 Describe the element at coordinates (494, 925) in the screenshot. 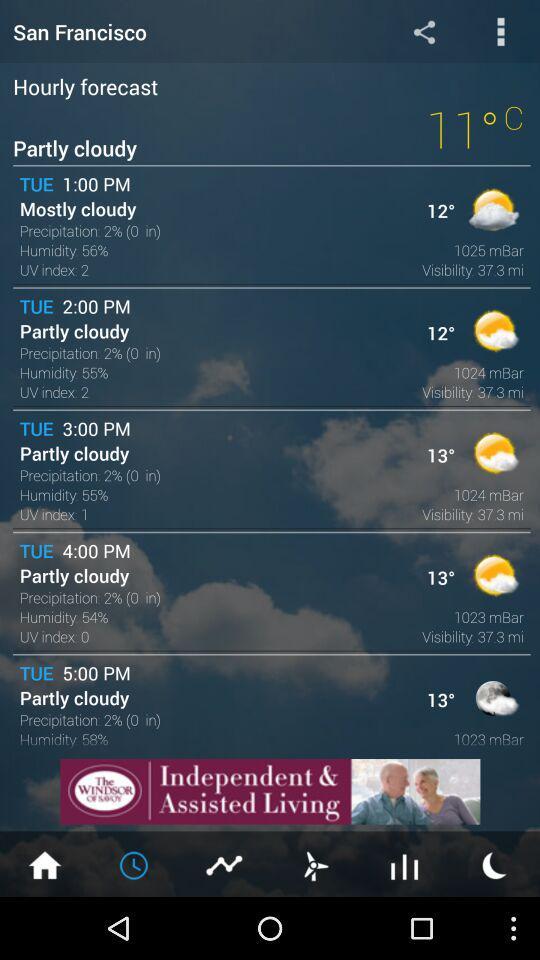

I see `the weather icon` at that location.